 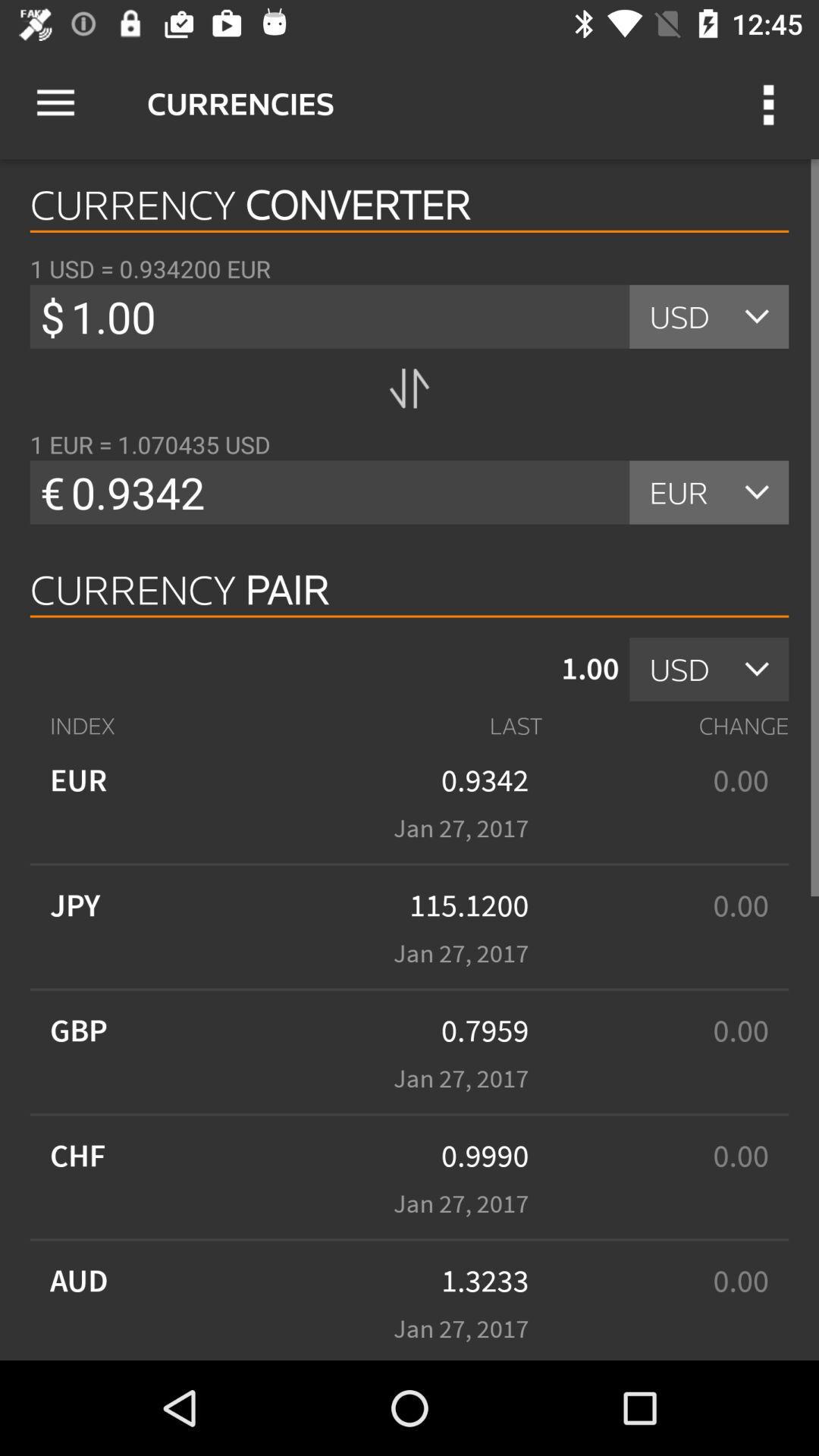 What do you see at coordinates (409, 388) in the screenshot?
I see `the swap icon` at bounding box center [409, 388].